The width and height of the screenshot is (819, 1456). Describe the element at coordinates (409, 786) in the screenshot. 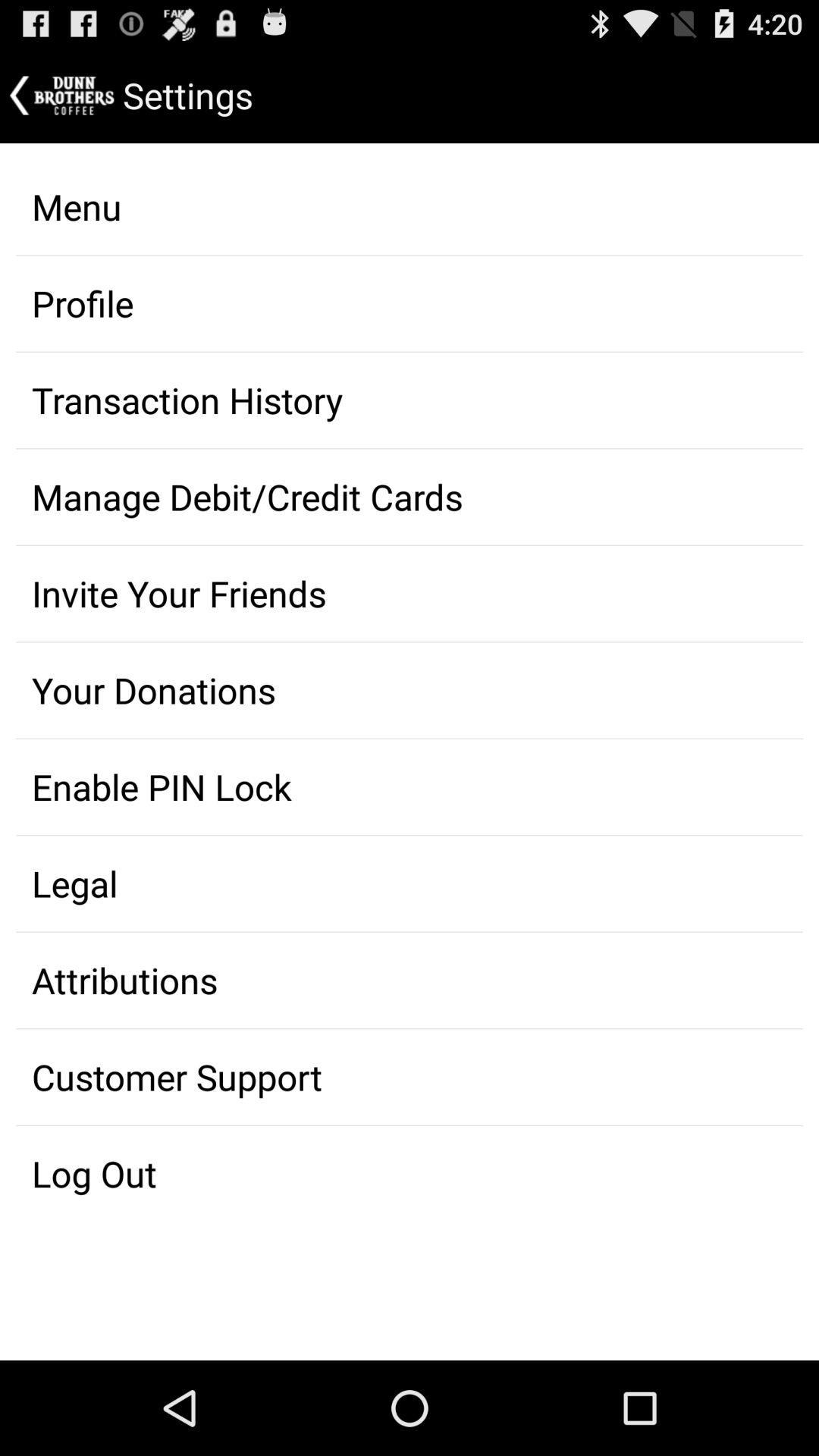

I see `the item above the legal` at that location.